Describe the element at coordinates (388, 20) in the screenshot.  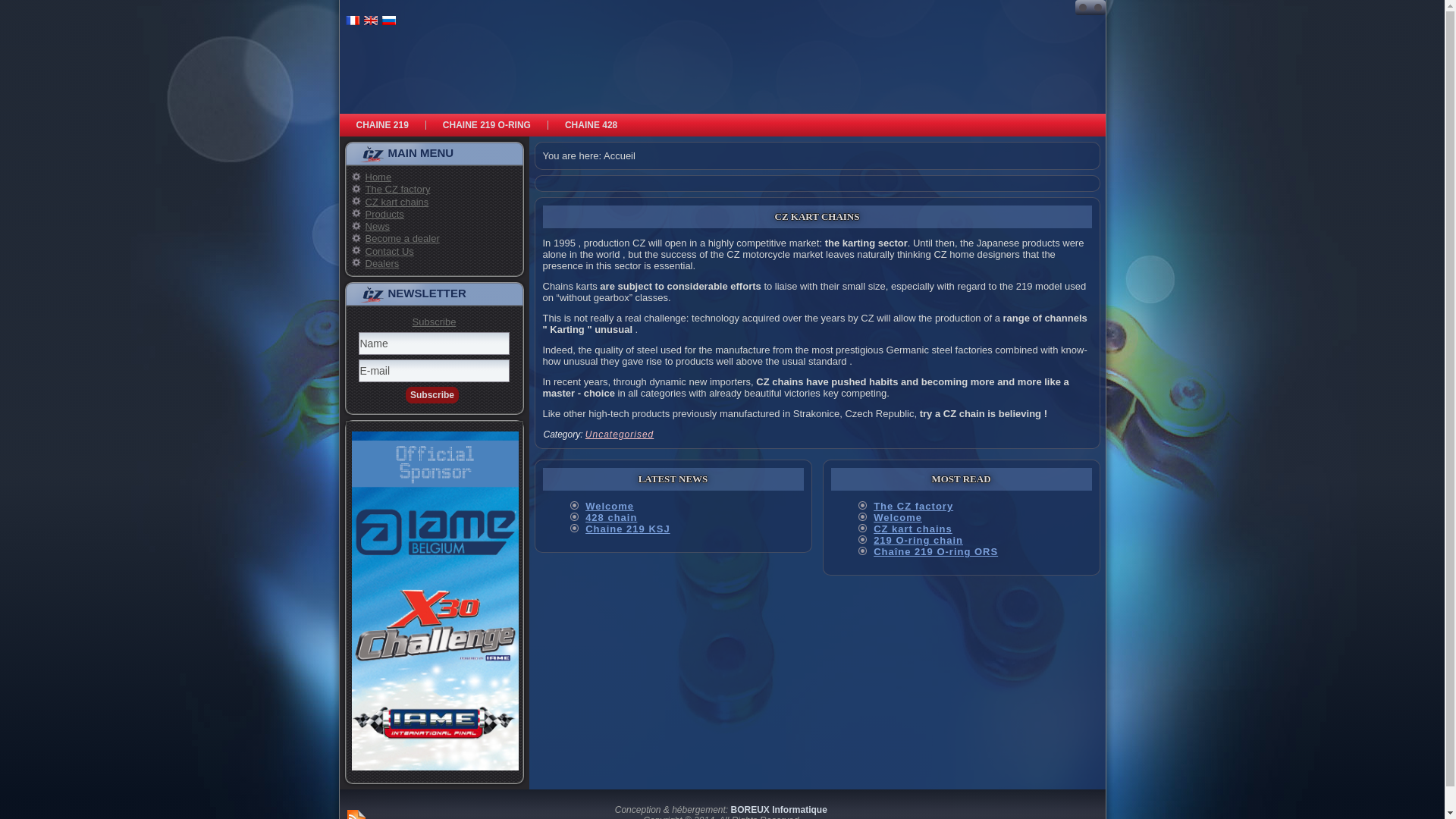
I see `'Russian'` at that location.